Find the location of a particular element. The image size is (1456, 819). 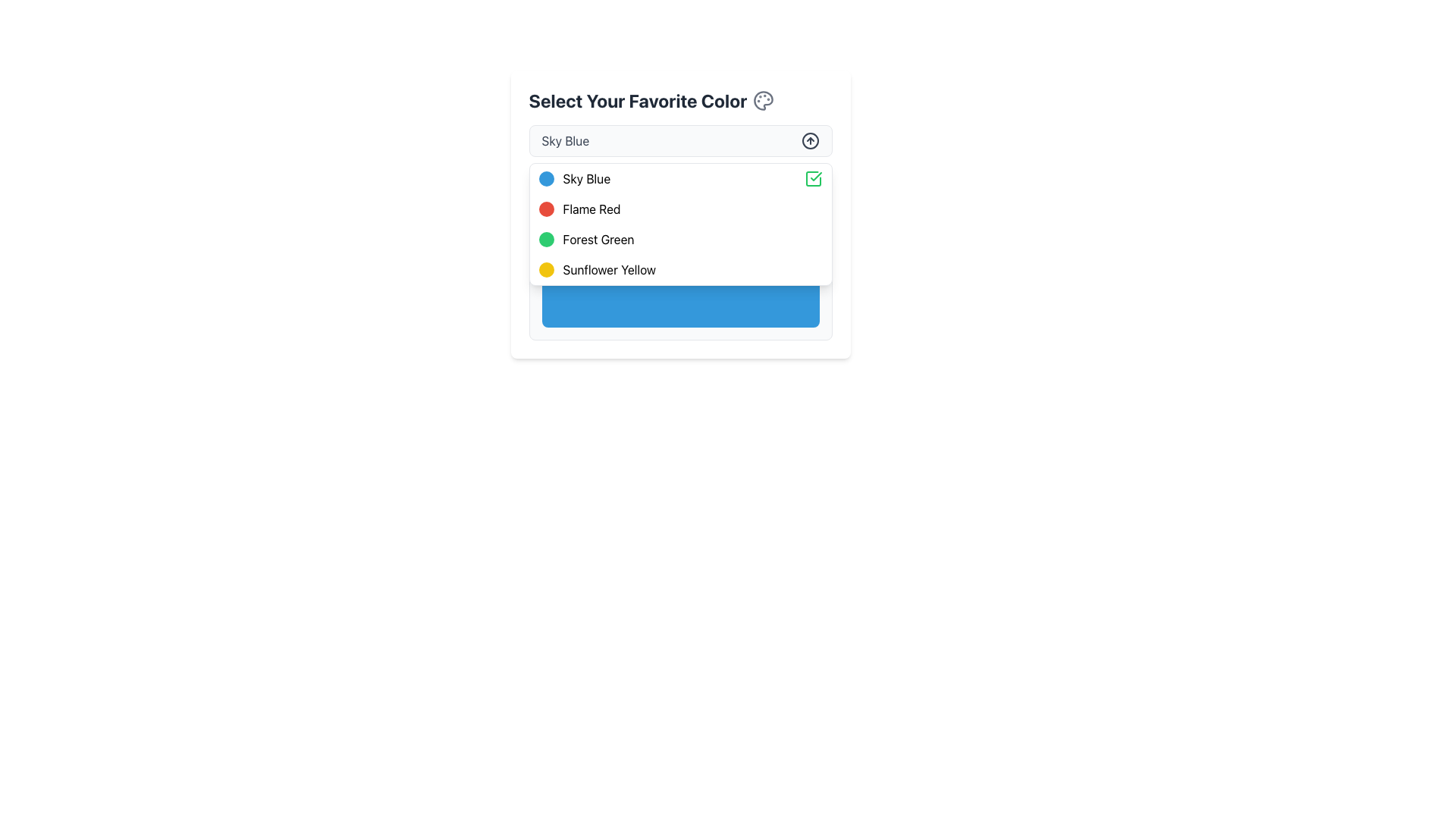

the 'Sky Blue' option in the dropdown menu, which is currently selected as indicated by the green checkmark is located at coordinates (679, 177).